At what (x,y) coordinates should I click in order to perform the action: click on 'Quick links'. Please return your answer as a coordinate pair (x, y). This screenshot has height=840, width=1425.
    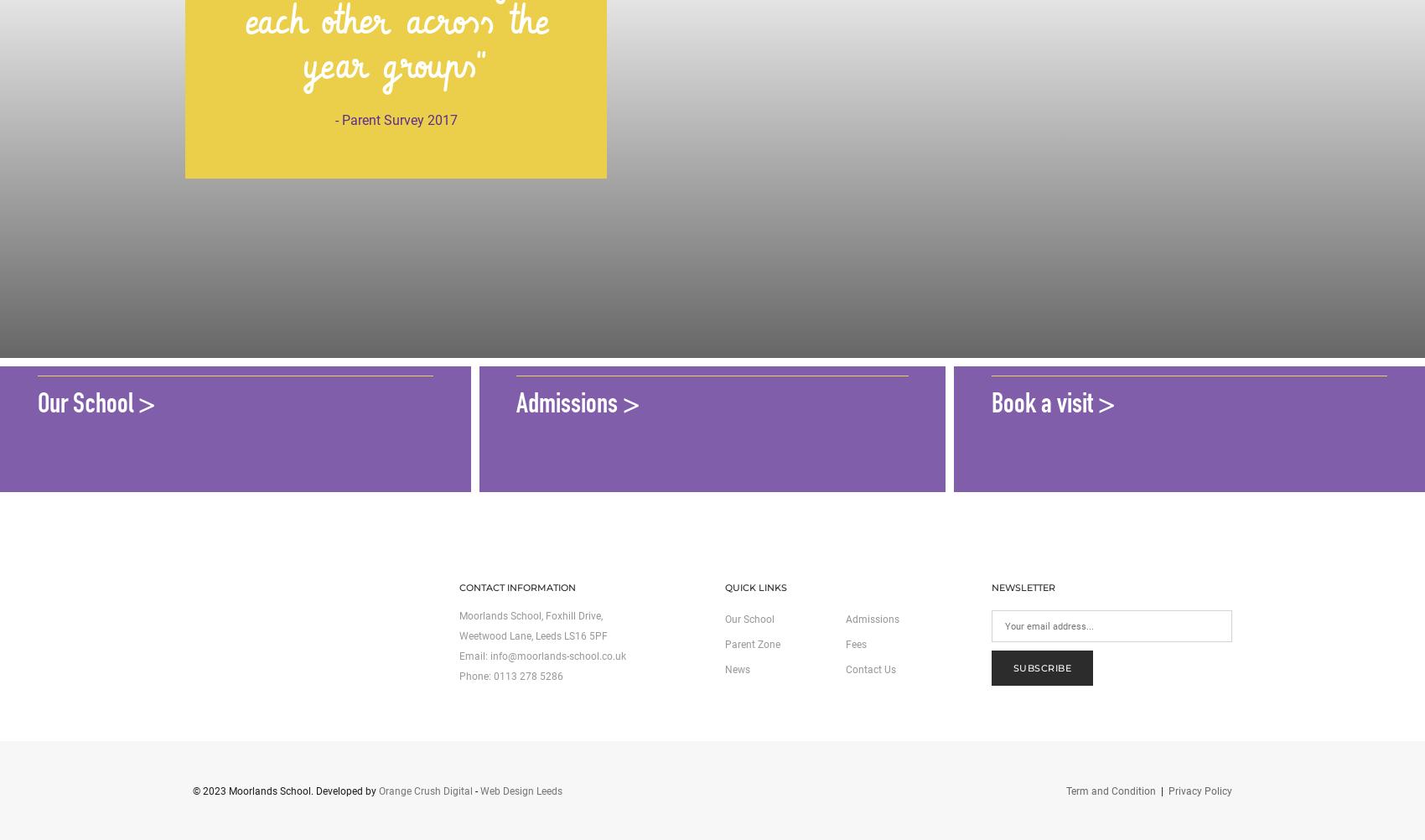
    Looking at the image, I should click on (756, 587).